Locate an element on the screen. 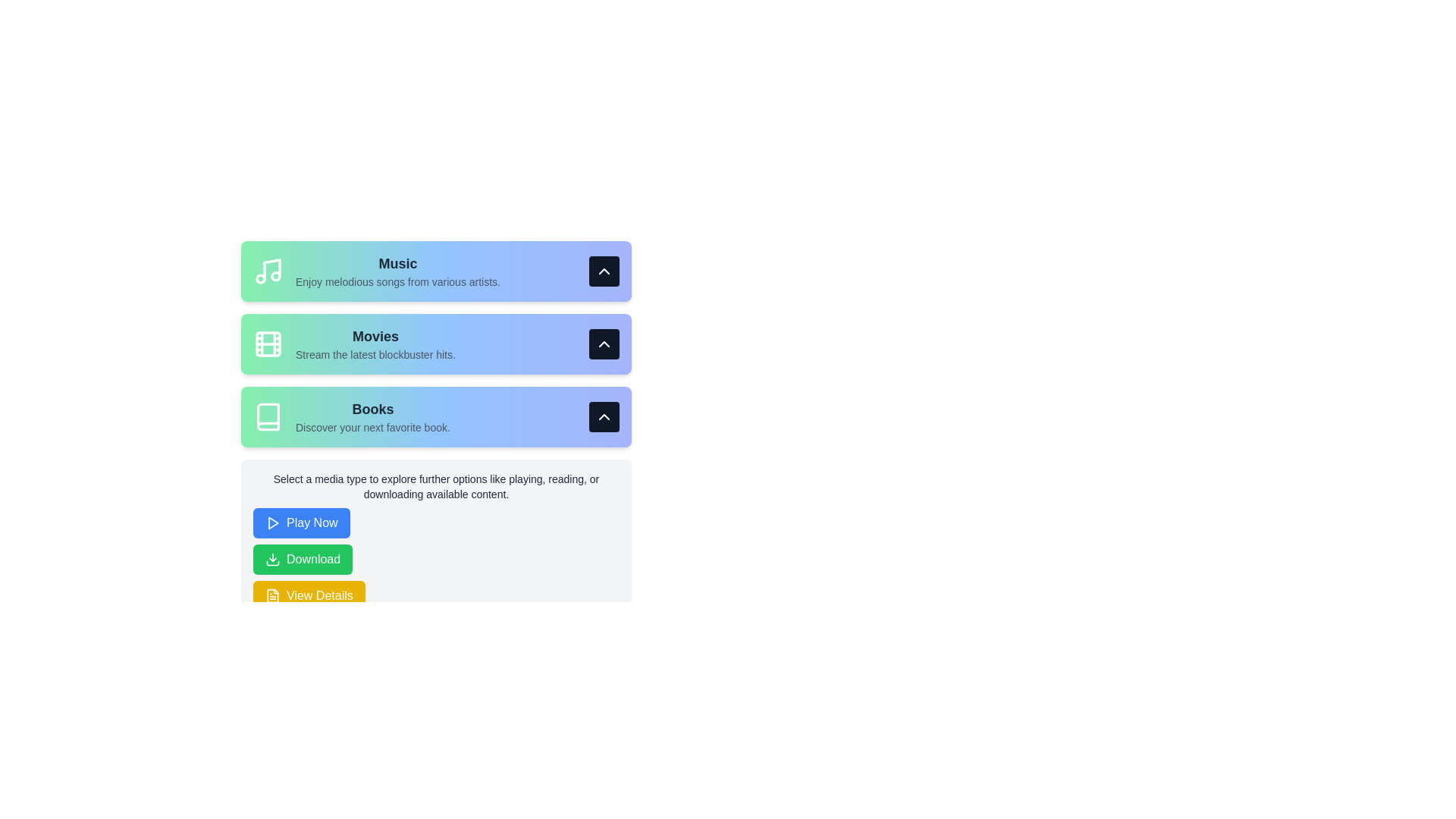  the upward-pointing chevron icon located in the 'Books' section is located at coordinates (603, 417).